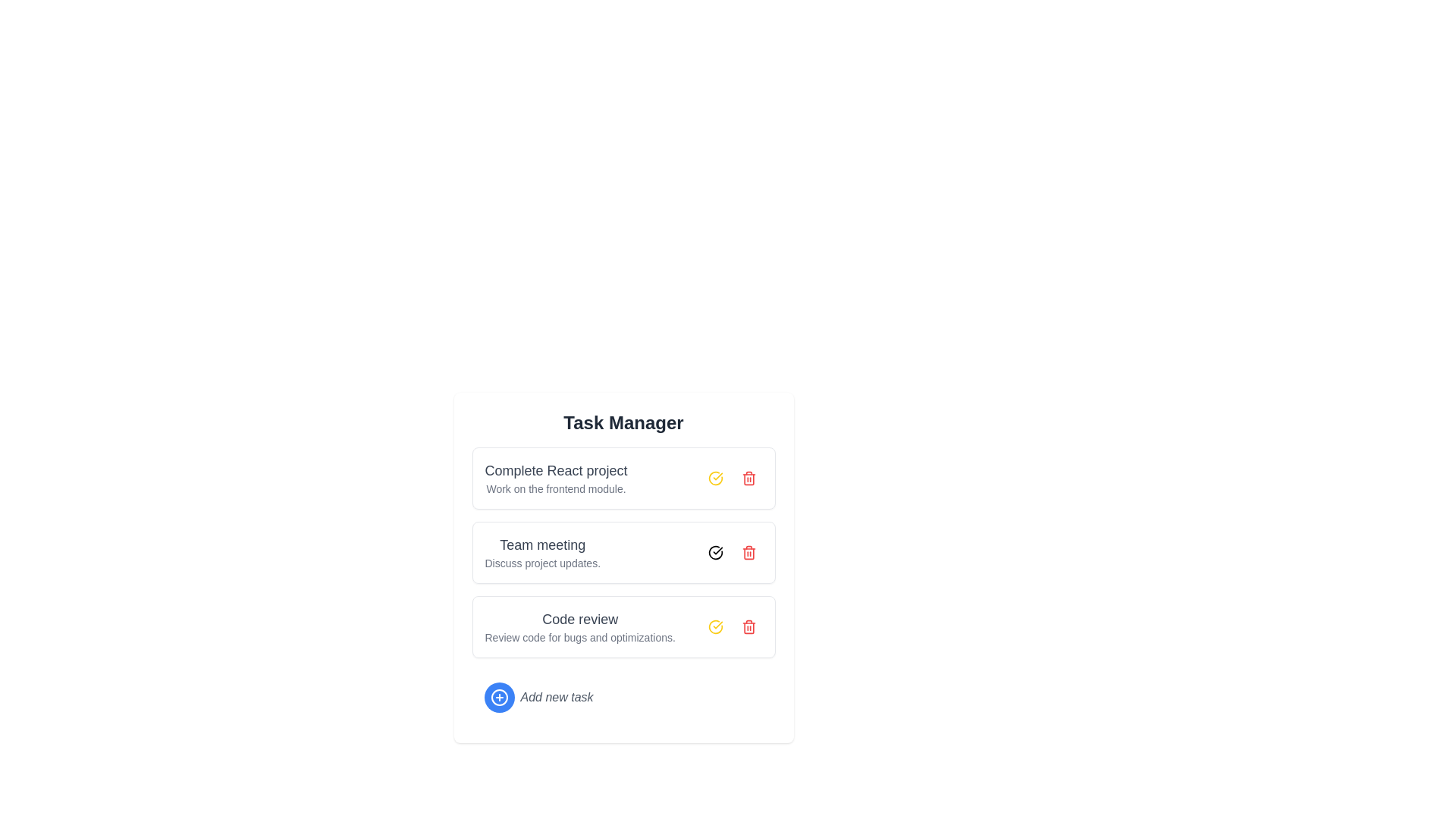 The image size is (1456, 819). What do you see at coordinates (714, 626) in the screenshot?
I see `the yellow circular icon with a checkmark next to 'Team meeting'` at bounding box center [714, 626].